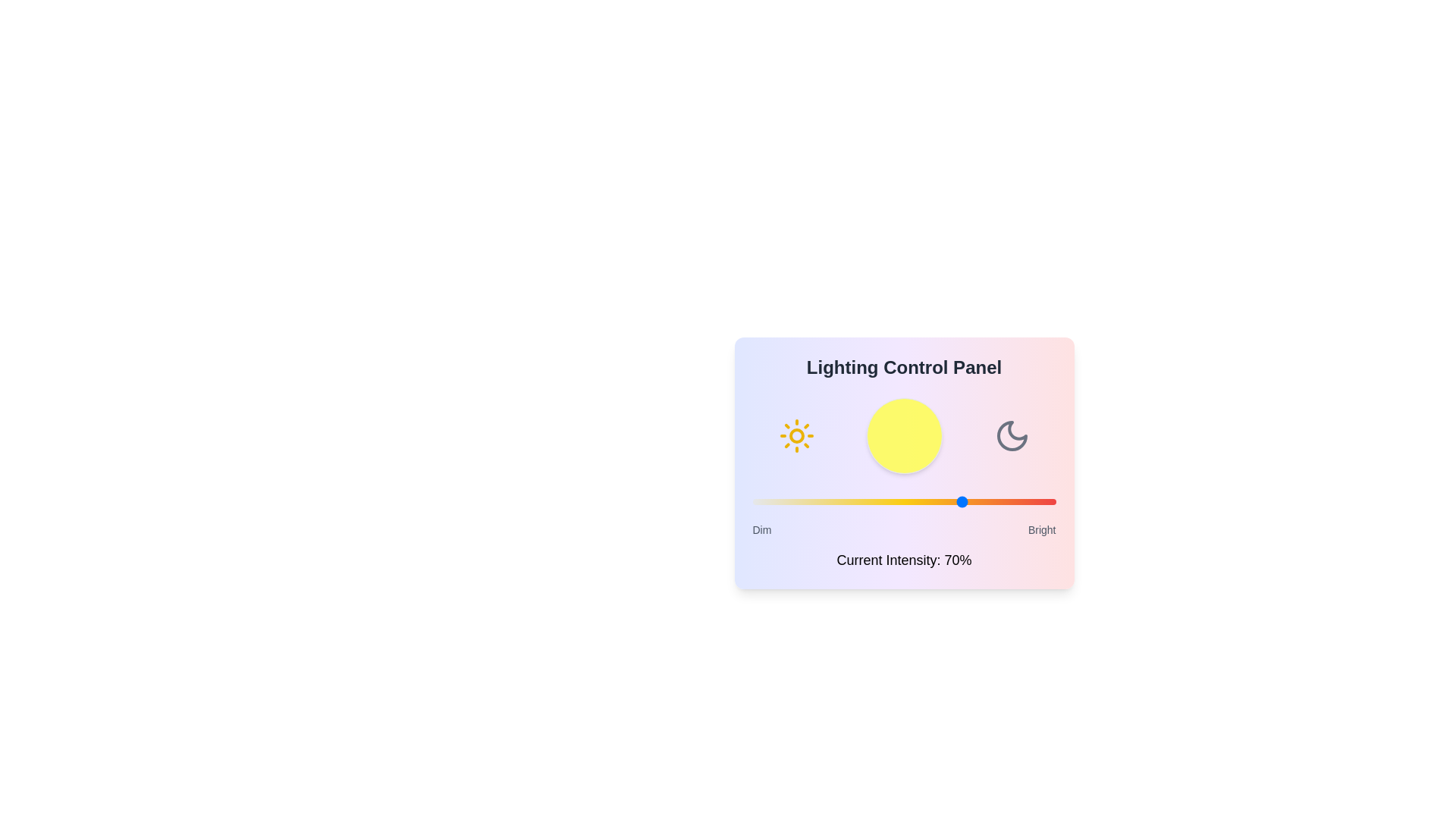 The image size is (1456, 819). Describe the element at coordinates (1007, 502) in the screenshot. I see `the lighting intensity to 84% by dragging the slider` at that location.